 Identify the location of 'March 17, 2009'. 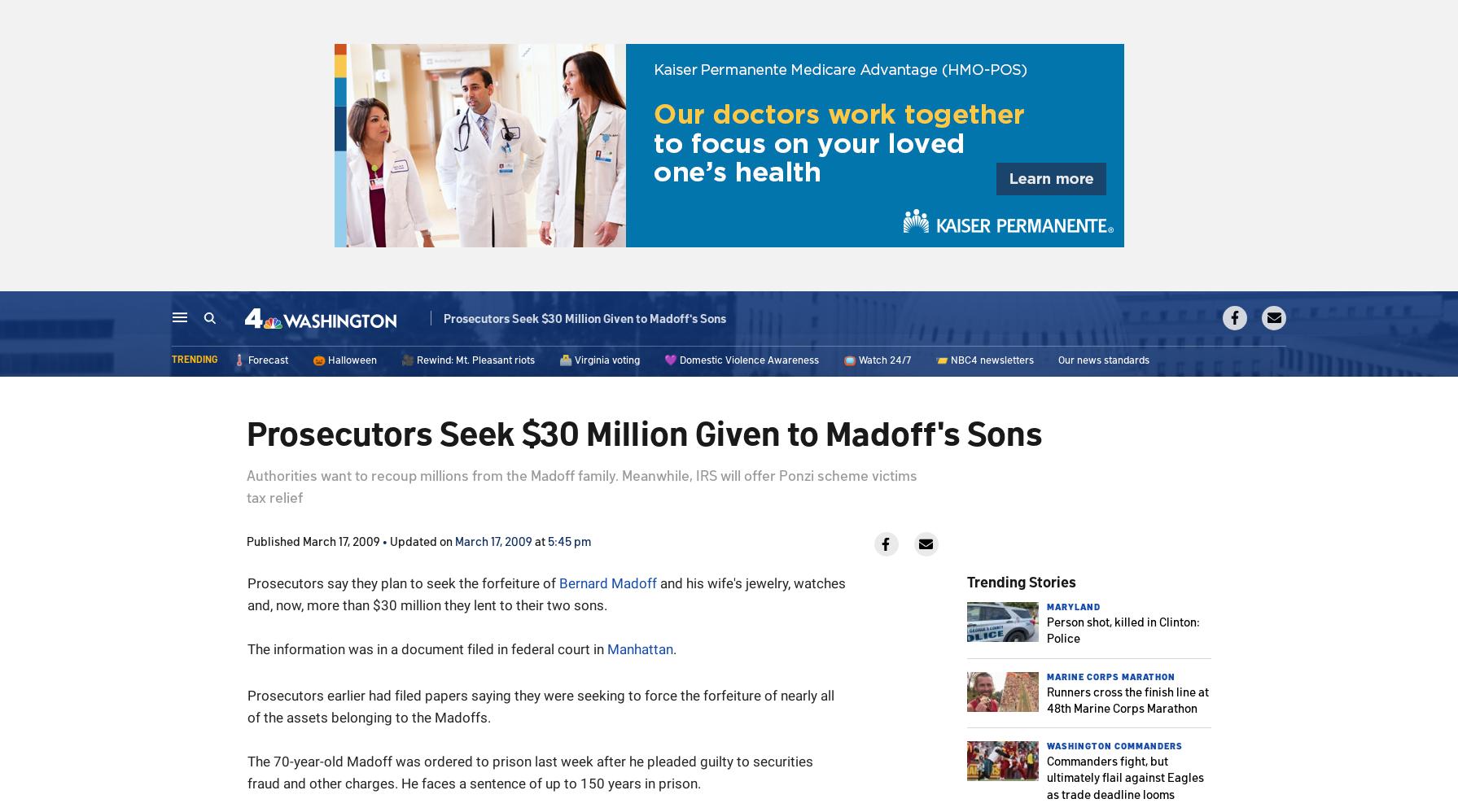
(493, 539).